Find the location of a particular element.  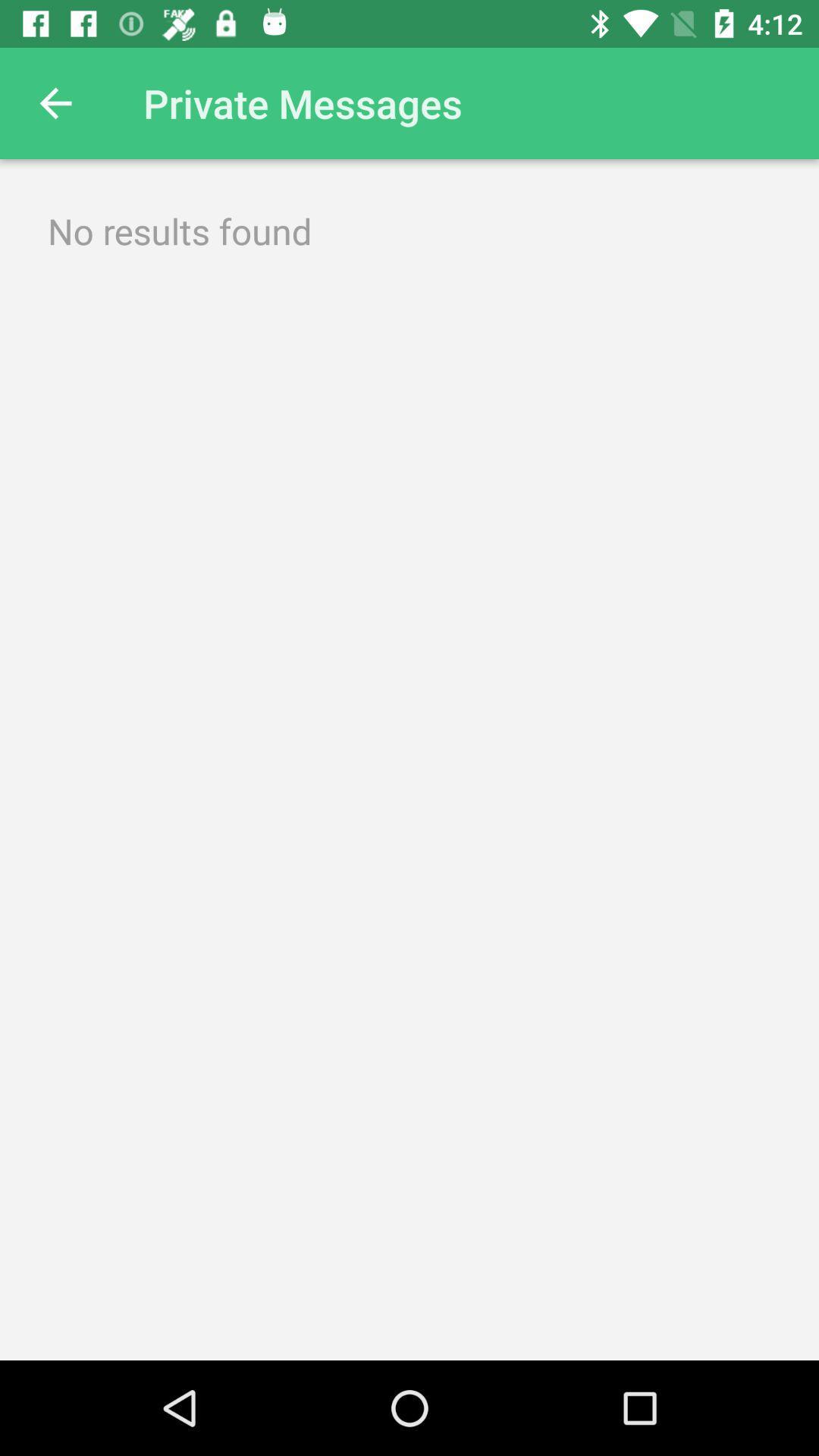

the icon to the left of the private messages is located at coordinates (55, 102).